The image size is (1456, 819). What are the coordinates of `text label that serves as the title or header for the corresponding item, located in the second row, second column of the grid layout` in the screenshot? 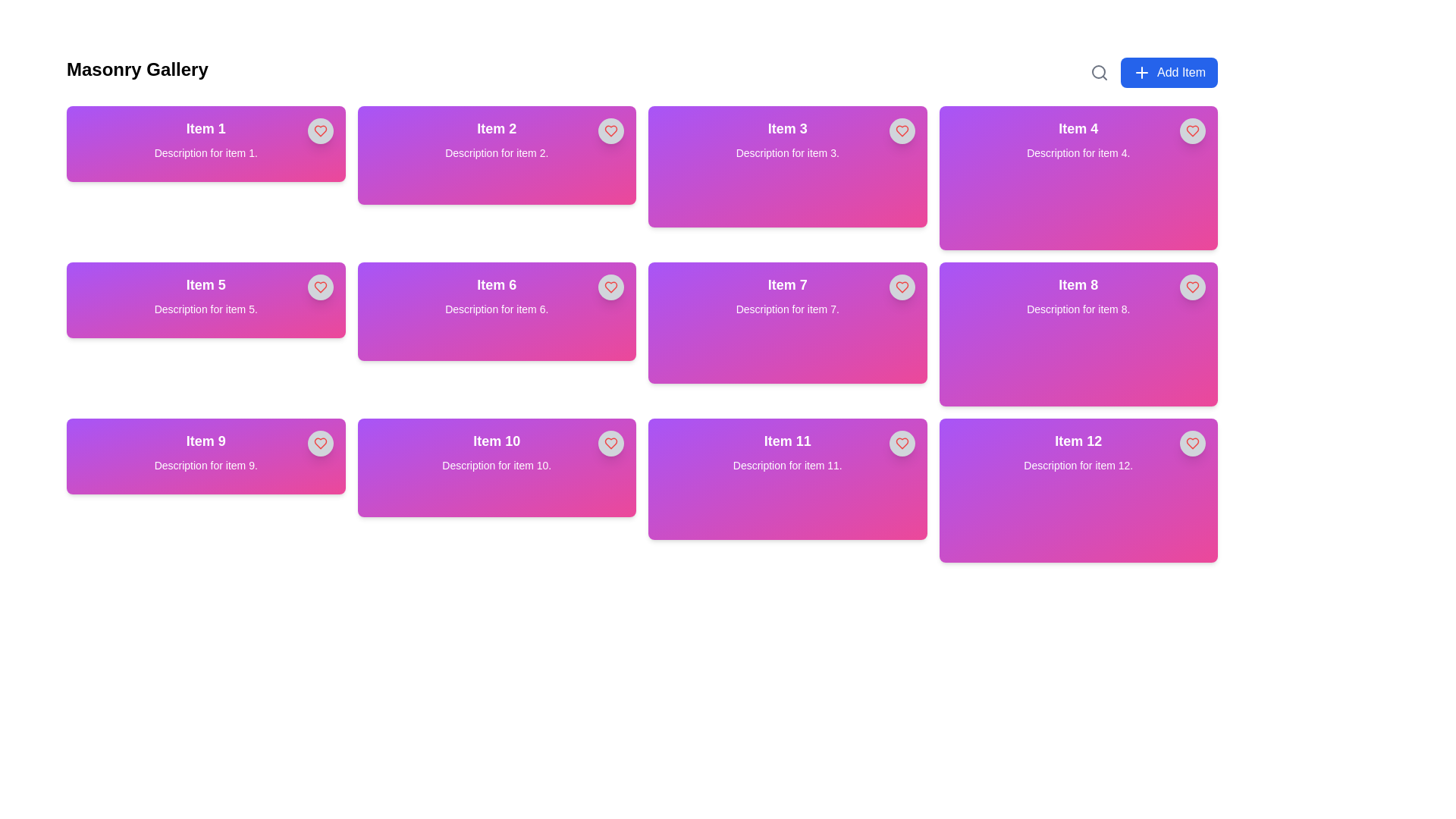 It's located at (497, 284).